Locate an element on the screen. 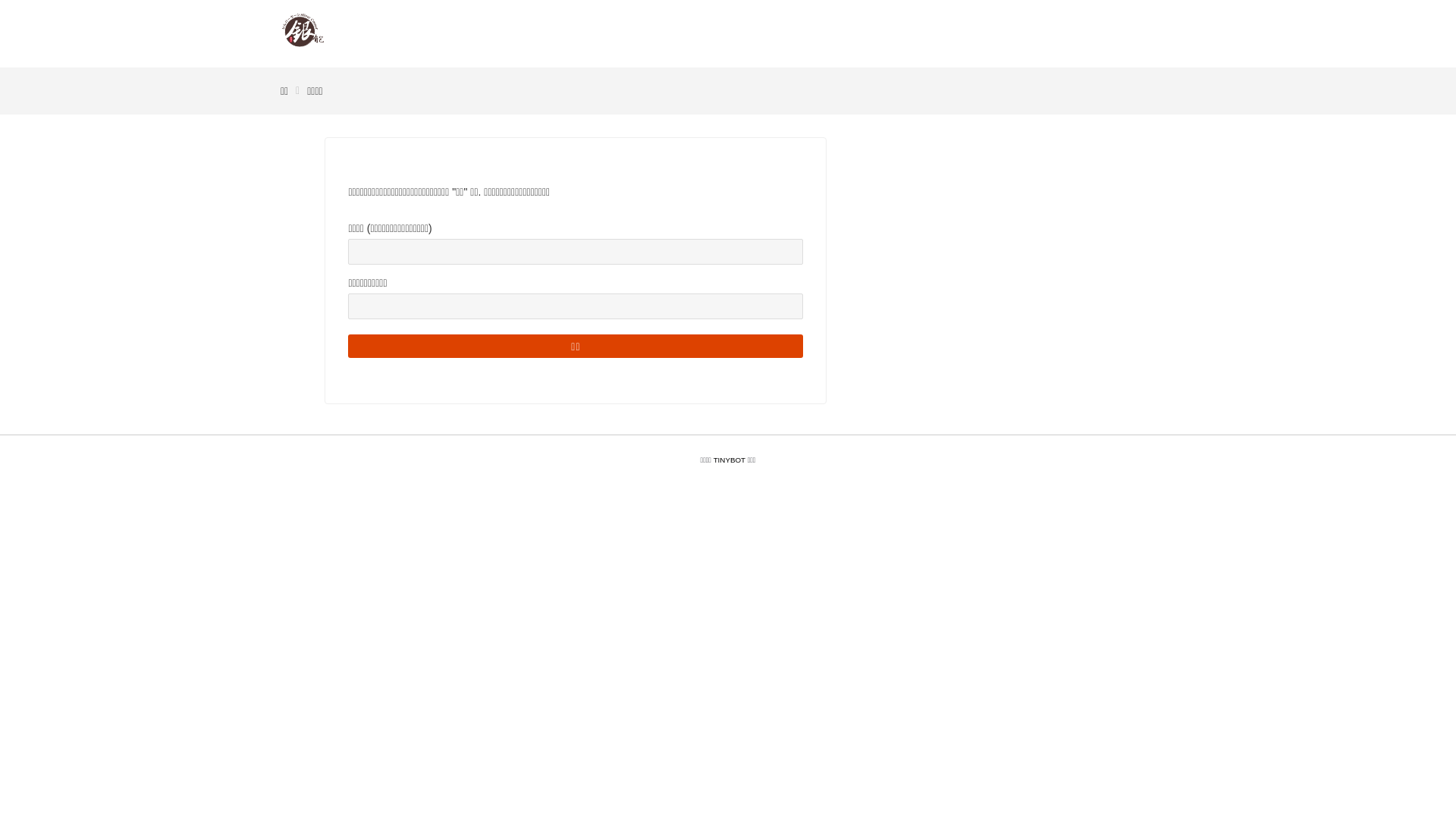 Image resolution: width=1456 pixels, height=819 pixels. 'TINYBOT' is located at coordinates (729, 459).